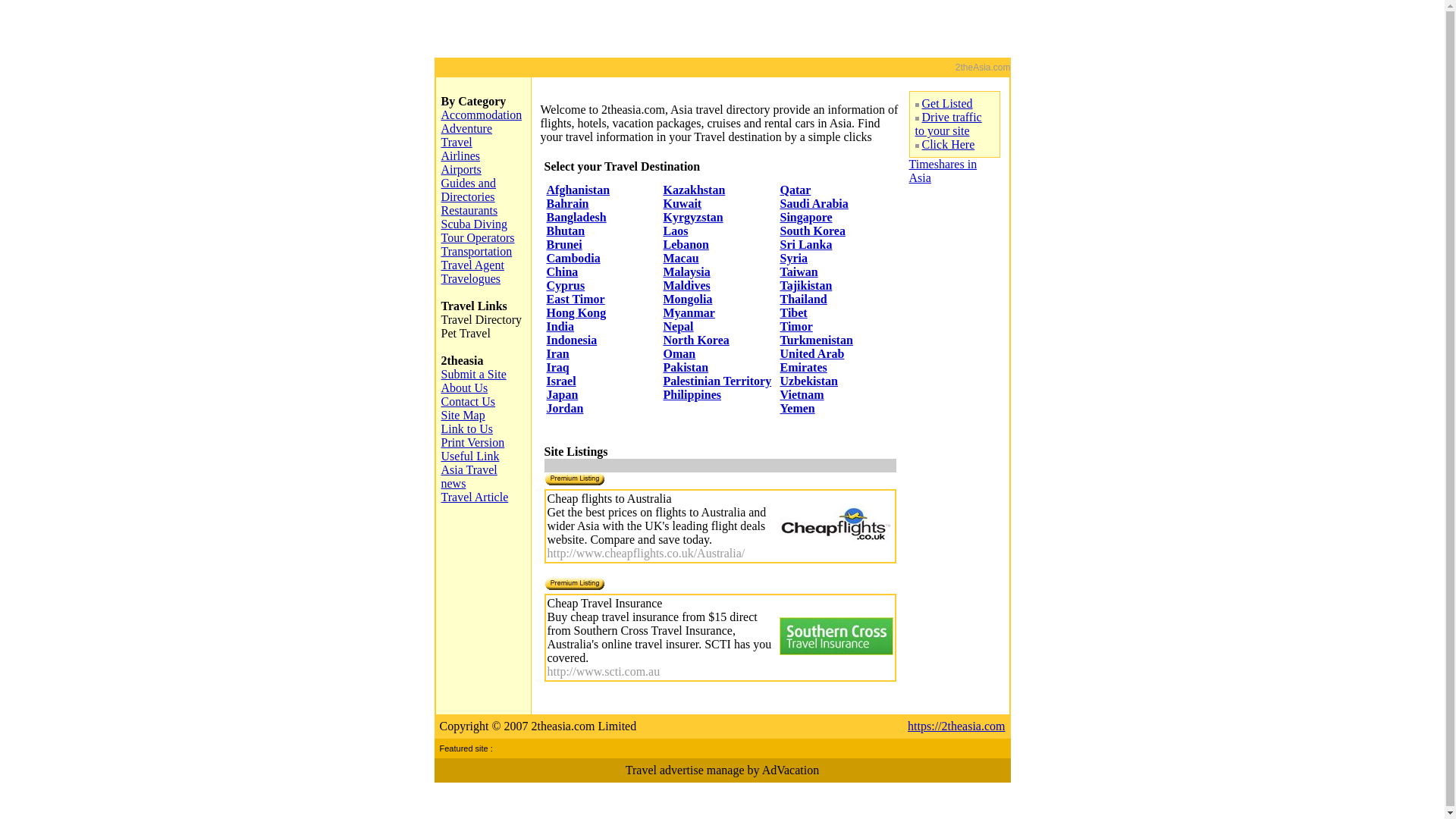  What do you see at coordinates (564, 231) in the screenshot?
I see `'Bhutan'` at bounding box center [564, 231].